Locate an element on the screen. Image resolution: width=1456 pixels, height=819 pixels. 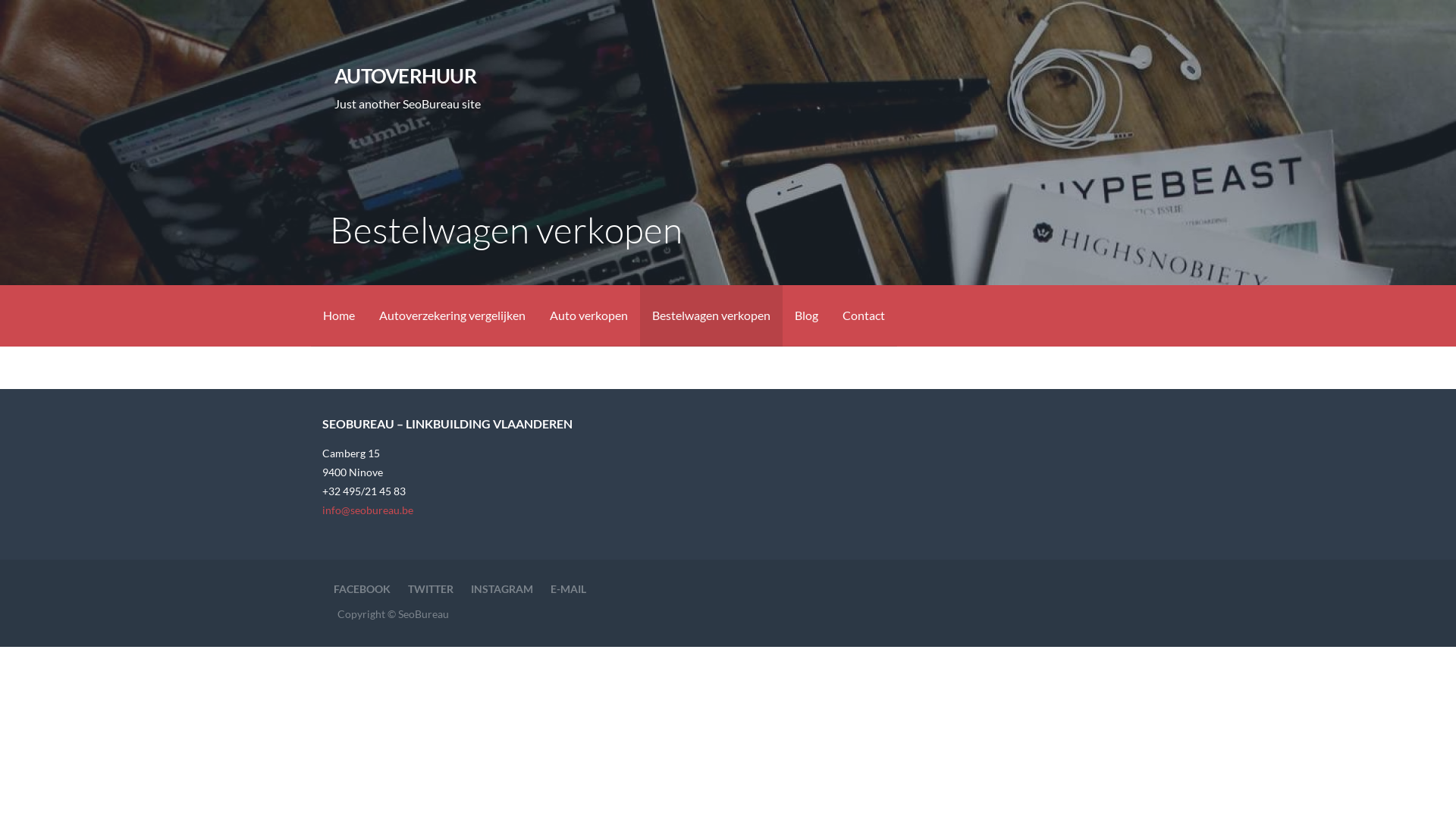
'Bestelwagen verkopen' is located at coordinates (640, 315).